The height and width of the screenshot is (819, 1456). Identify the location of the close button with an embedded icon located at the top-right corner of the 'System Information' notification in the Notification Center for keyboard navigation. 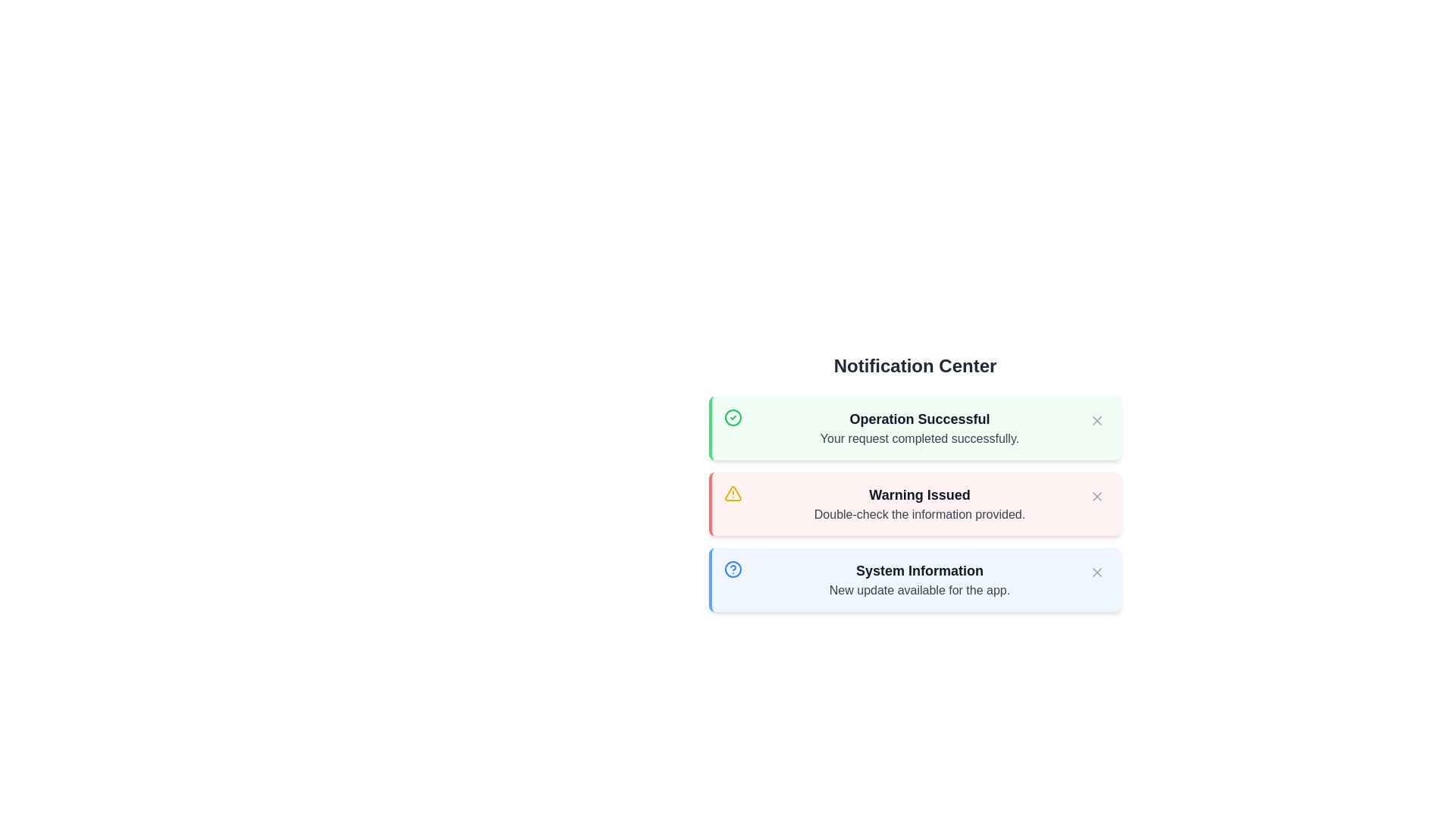
(1097, 573).